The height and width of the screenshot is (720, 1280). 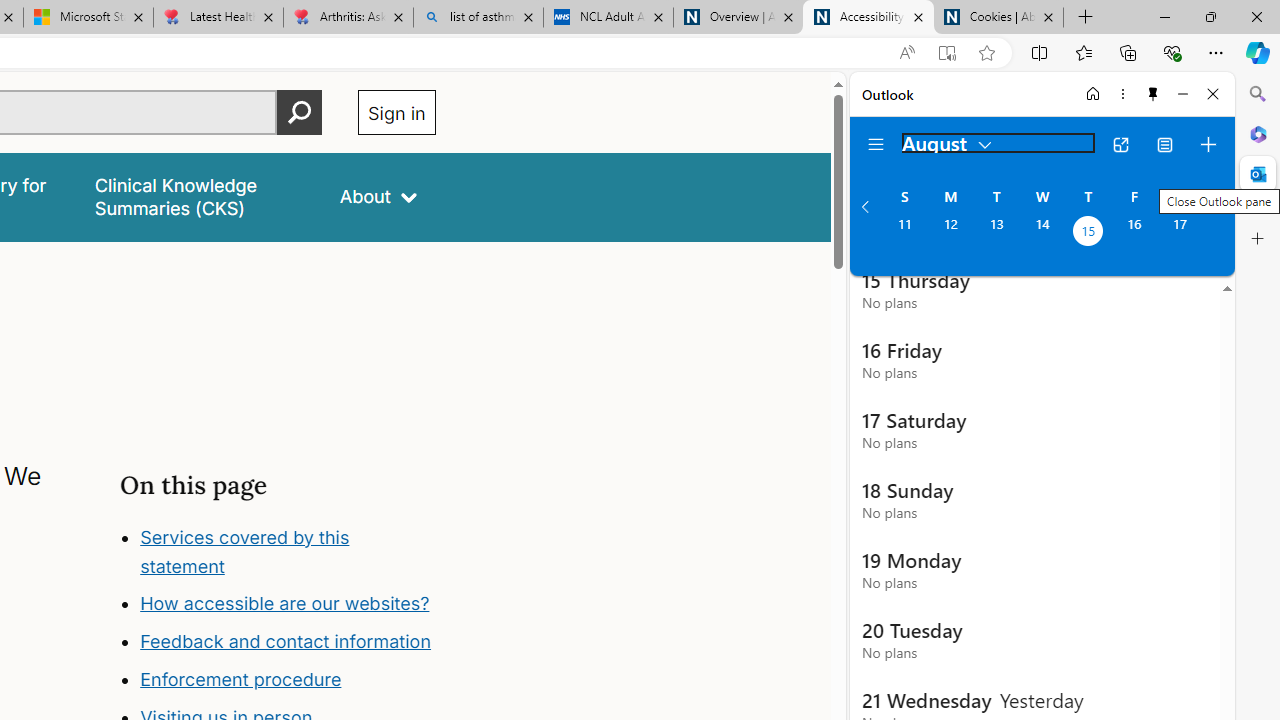 I want to click on 'Unpin side pane', so click(x=1153, y=93).